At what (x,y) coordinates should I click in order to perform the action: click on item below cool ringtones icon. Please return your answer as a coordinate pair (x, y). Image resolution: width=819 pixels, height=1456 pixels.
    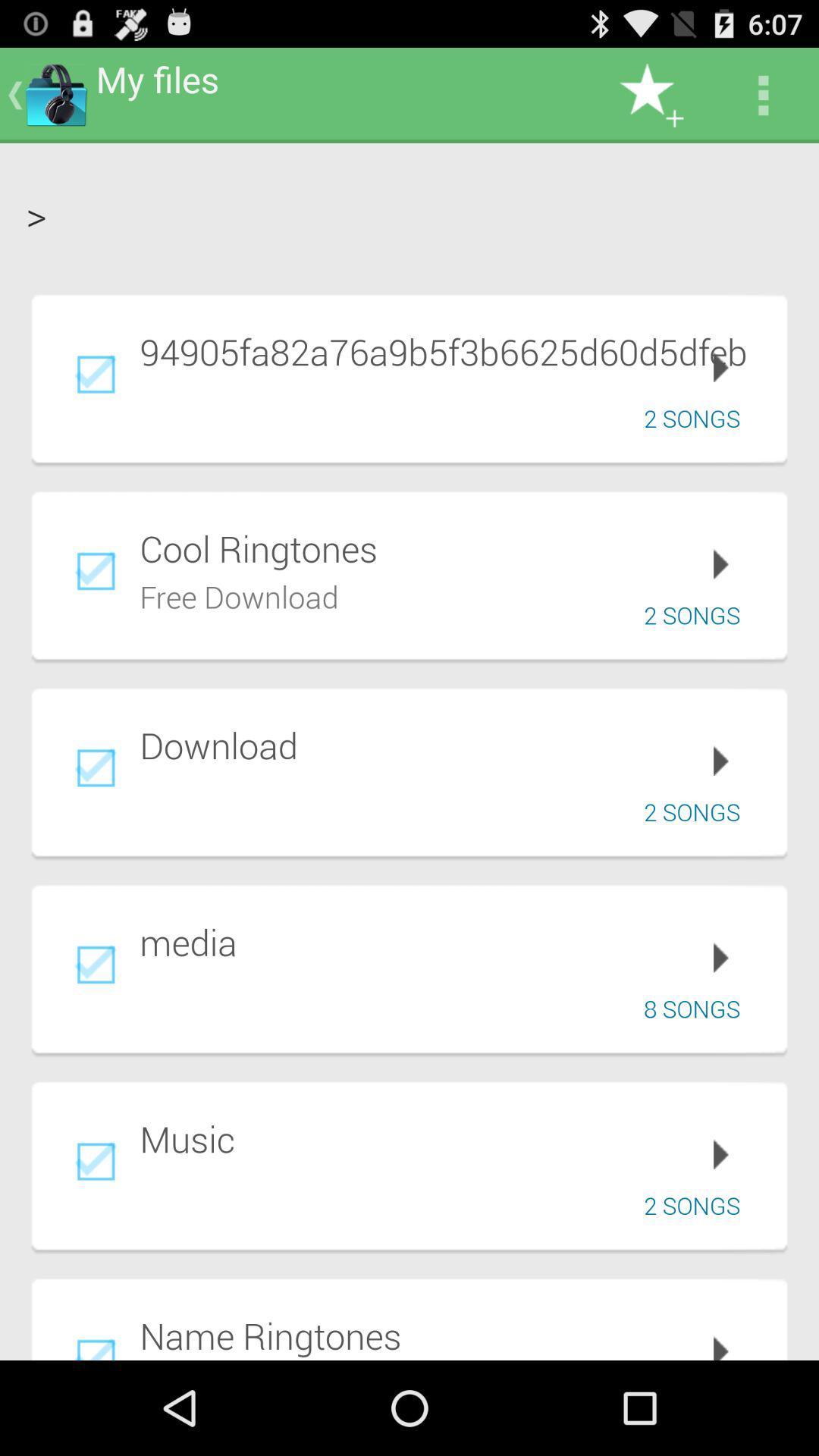
    Looking at the image, I should click on (239, 594).